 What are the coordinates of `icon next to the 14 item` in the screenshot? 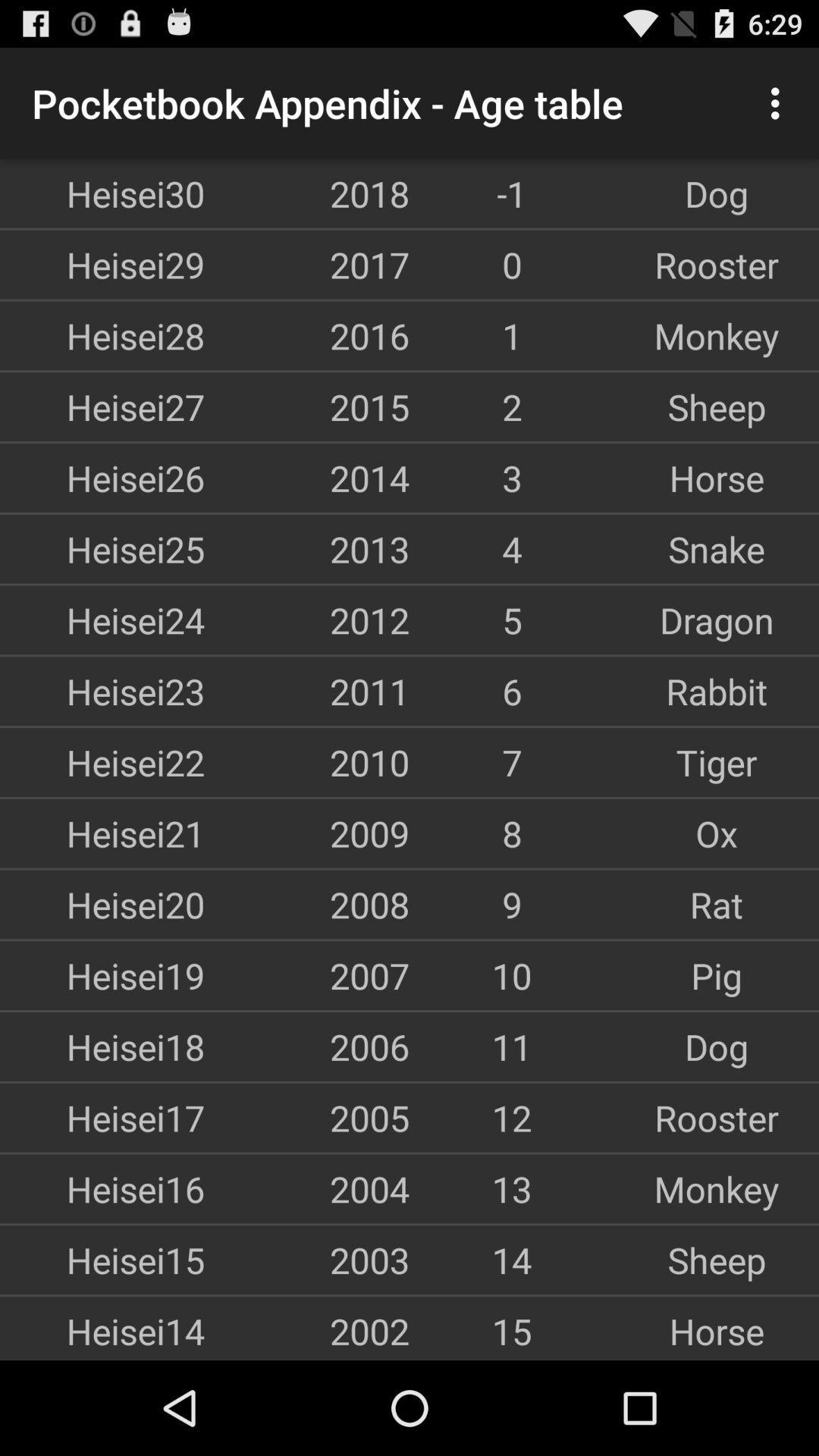 It's located at (307, 1260).